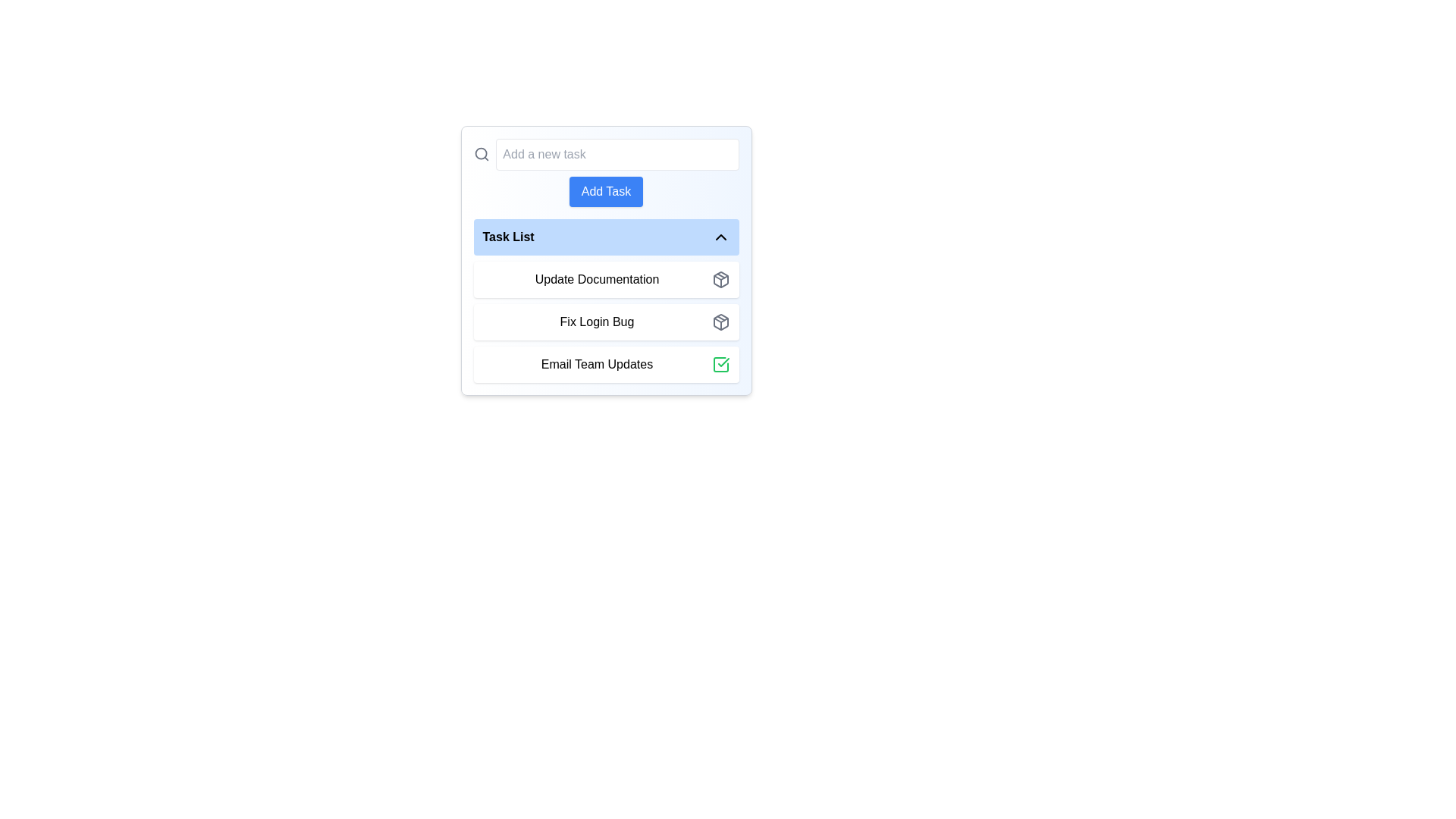  I want to click on the 'Fix Login Bug' button-like interactive list item, which is the second item in the Task List, so click(605, 321).